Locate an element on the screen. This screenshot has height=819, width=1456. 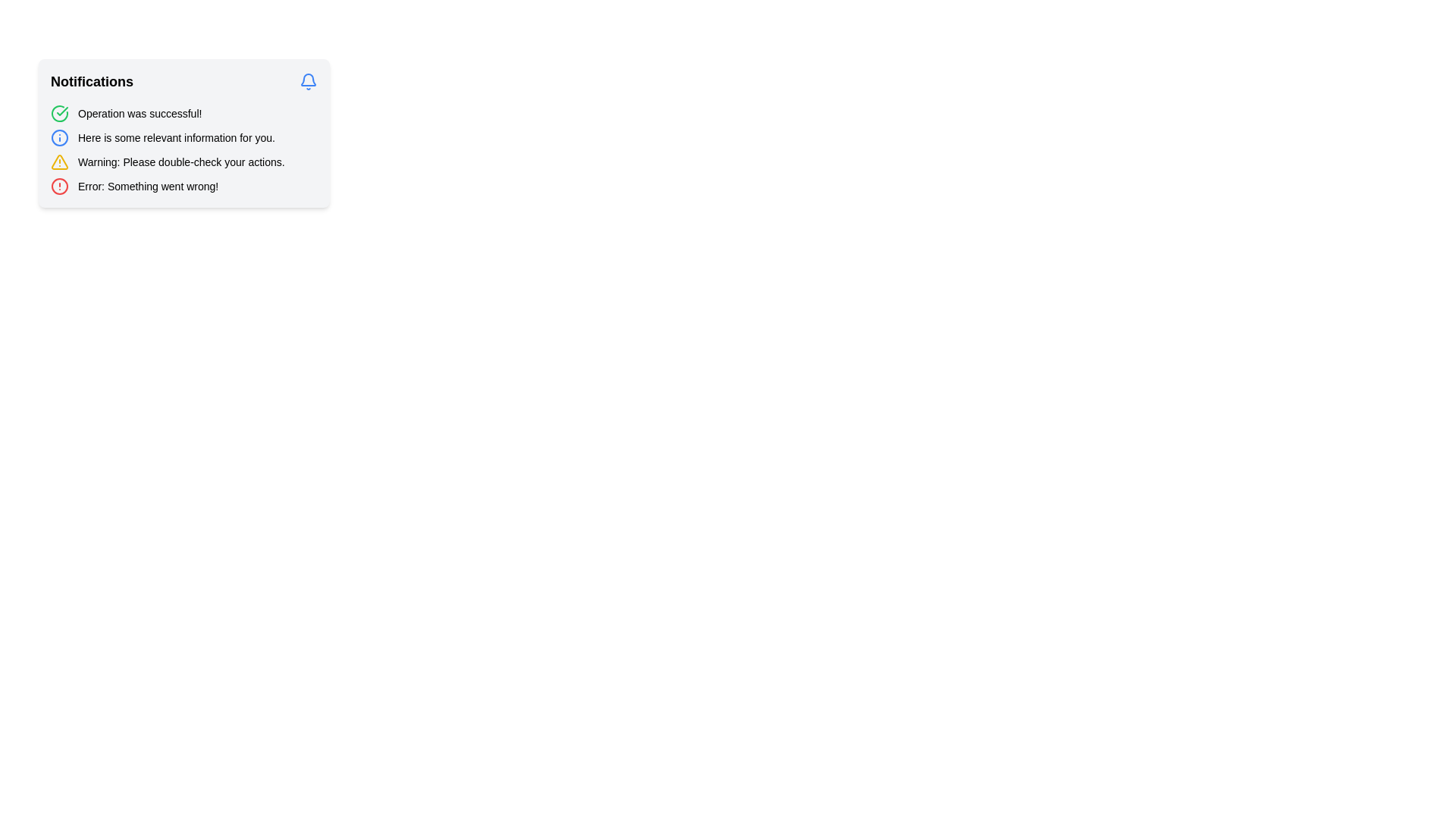
the green circular icon with a check mark inside it, which indicates a successful operation, located at the top of the notification panel is located at coordinates (59, 113).